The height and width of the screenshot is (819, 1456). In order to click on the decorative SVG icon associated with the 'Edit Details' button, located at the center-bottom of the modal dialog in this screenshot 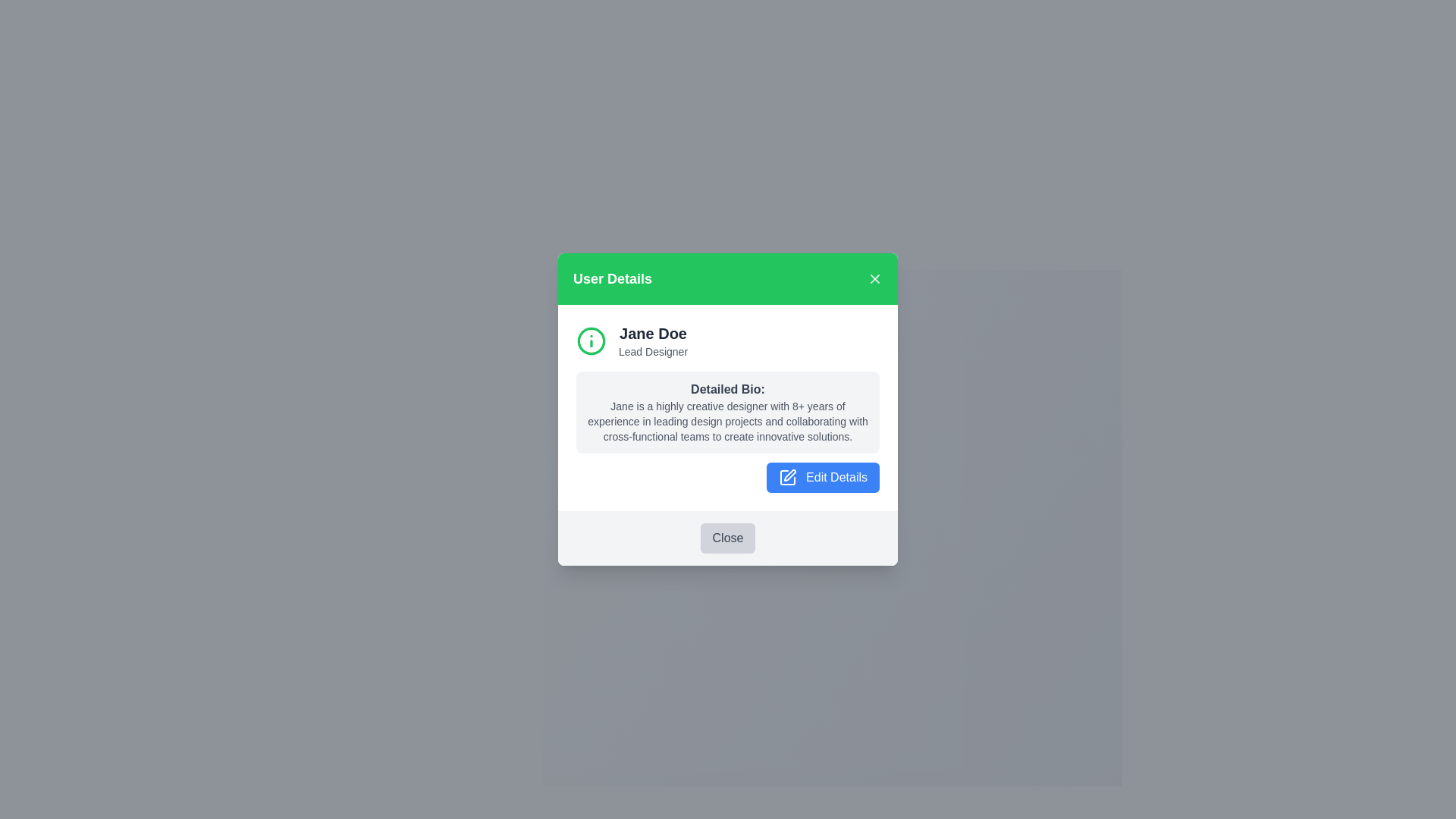, I will do `click(787, 478)`.